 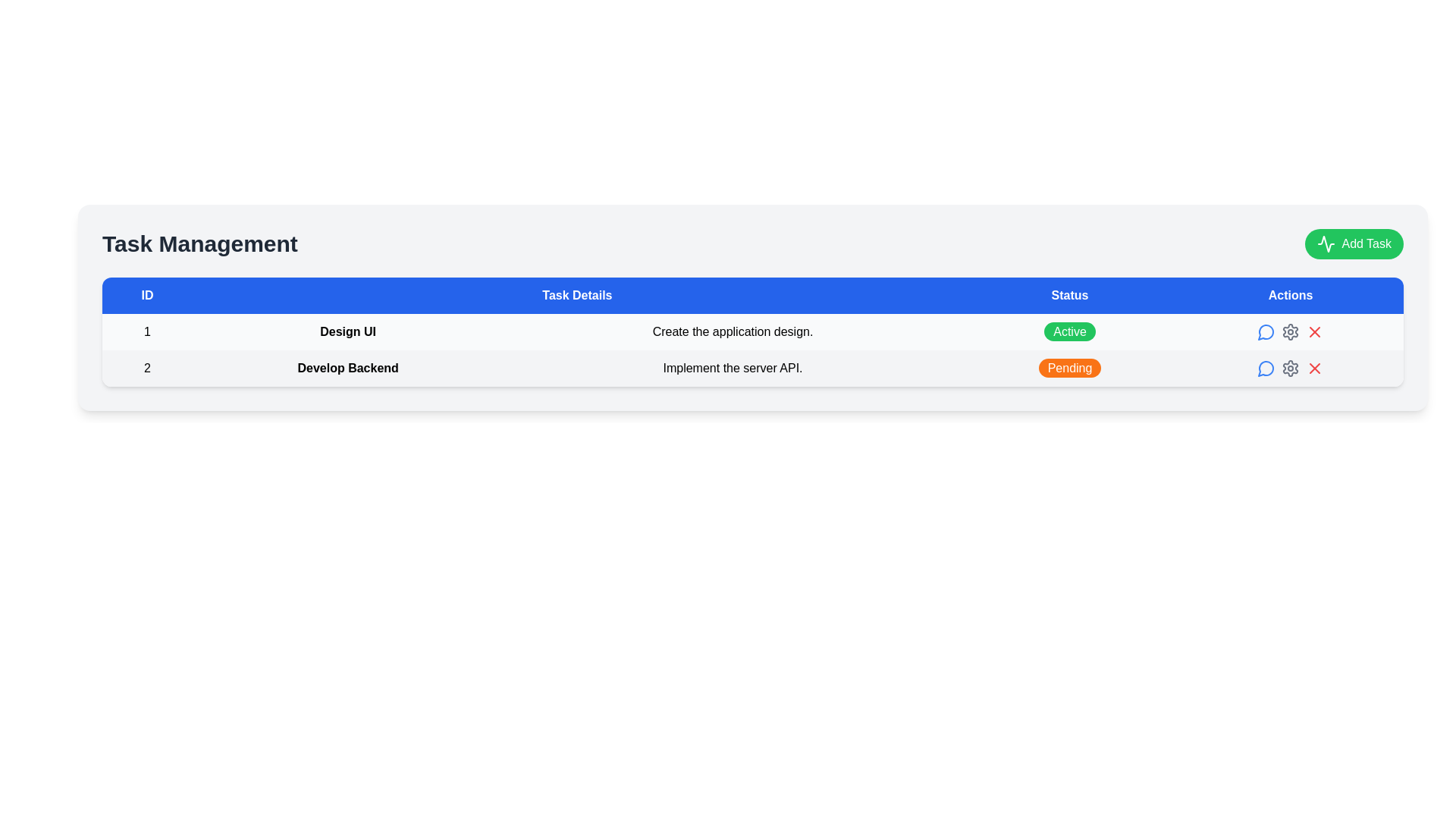 What do you see at coordinates (347, 369) in the screenshot?
I see `the static text label displaying 'Develop Backend' located in the second row of the task management table within the 'Task Details' column` at bounding box center [347, 369].